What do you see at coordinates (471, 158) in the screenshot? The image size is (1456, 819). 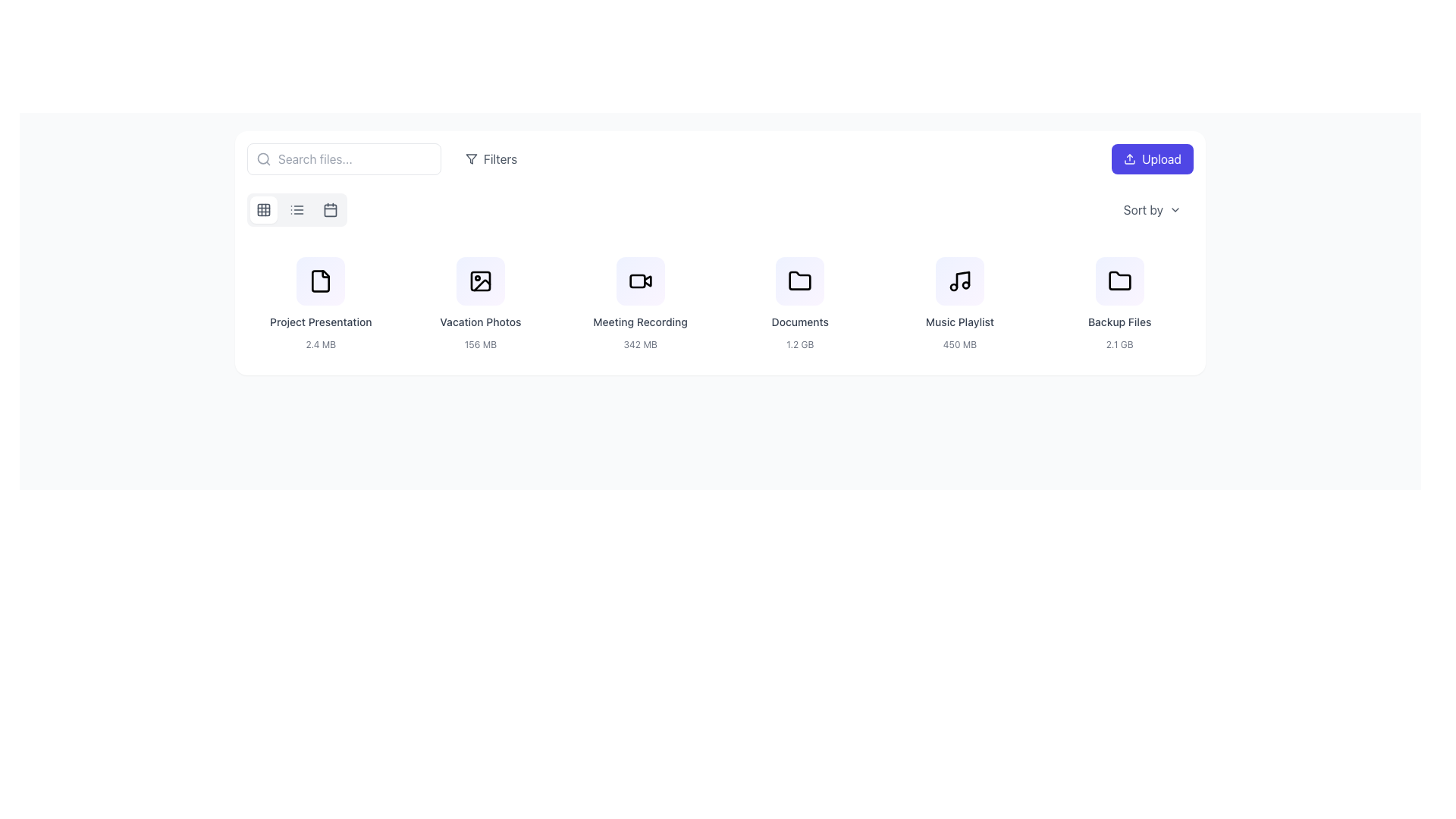 I see `the filtering icon located in the header section next to the 'Filters' label` at bounding box center [471, 158].